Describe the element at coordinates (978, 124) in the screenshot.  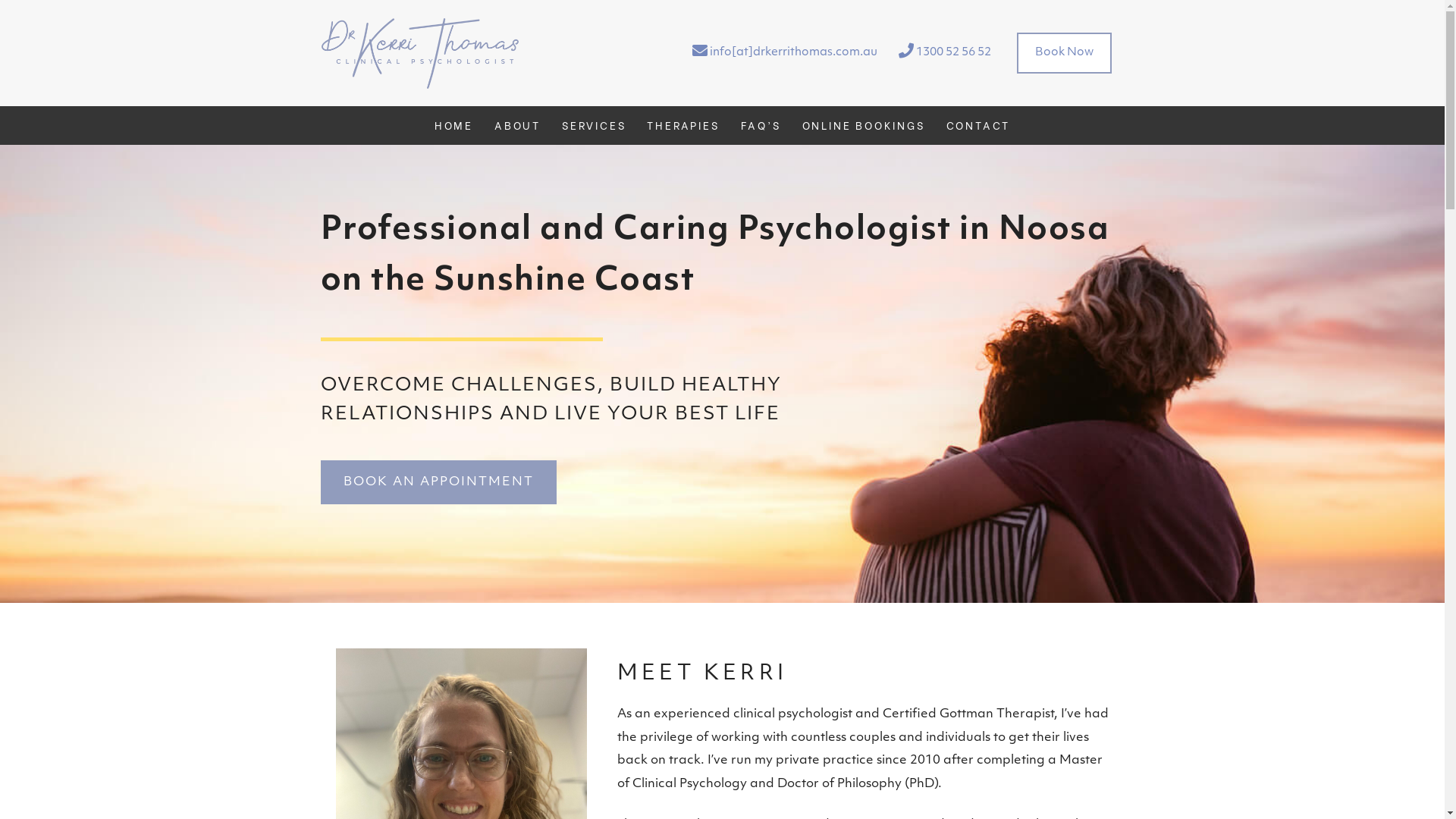
I see `'CONTACT'` at that location.